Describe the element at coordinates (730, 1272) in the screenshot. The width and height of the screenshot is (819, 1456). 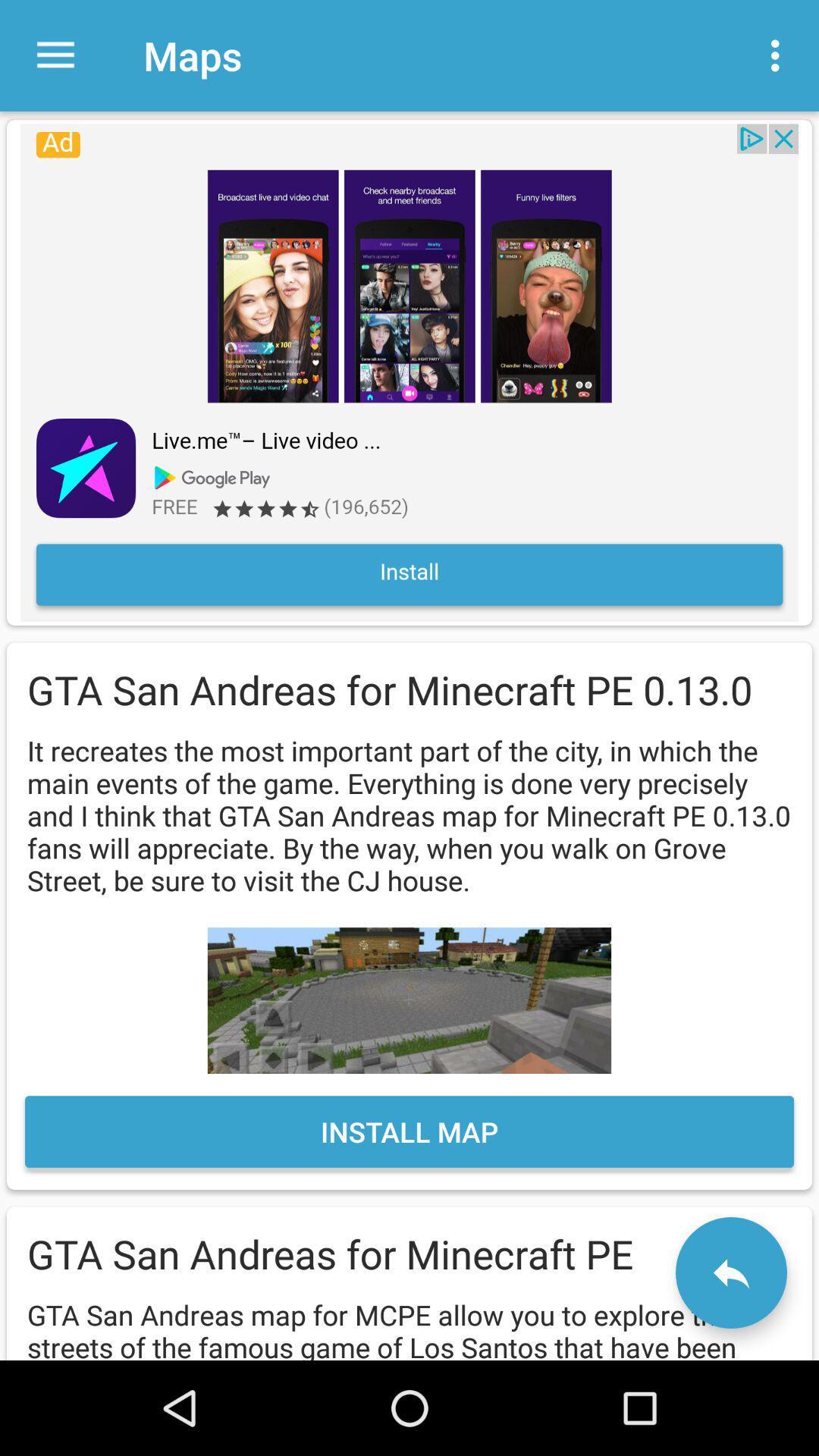
I see `reply` at that location.